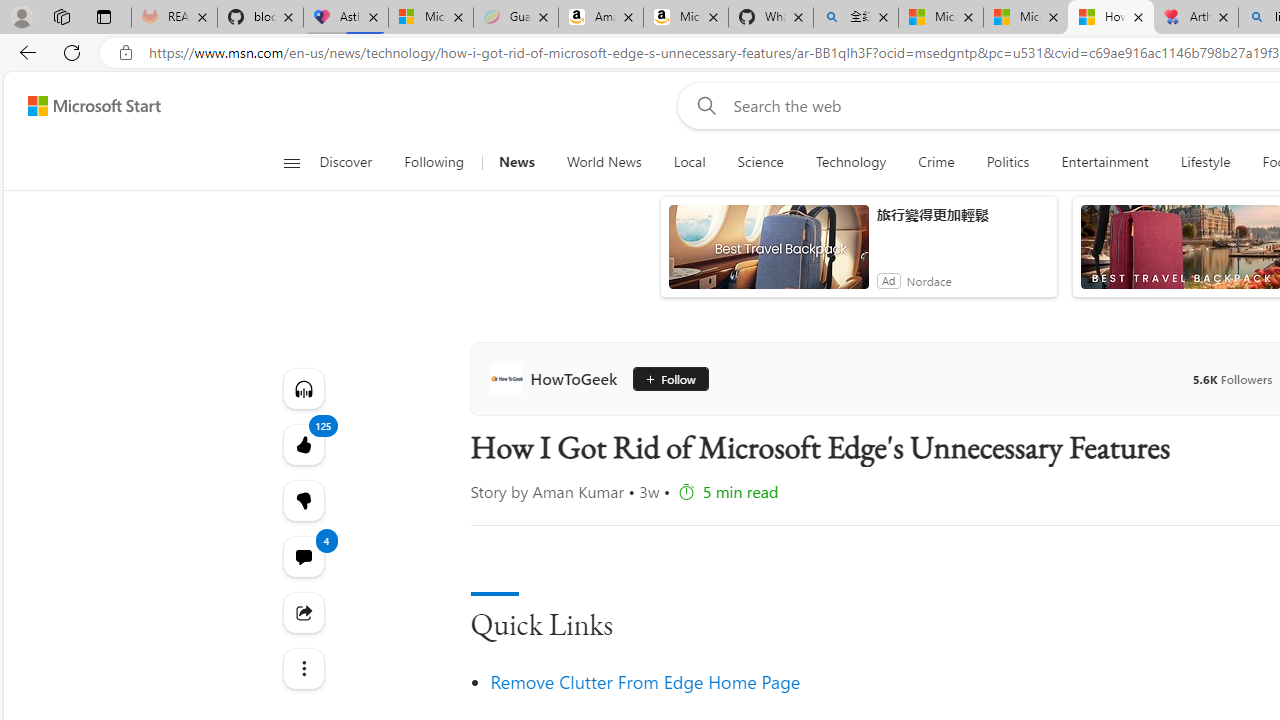 This screenshot has height=720, width=1280. Describe the element at coordinates (767, 254) in the screenshot. I see `'anim-content'` at that location.